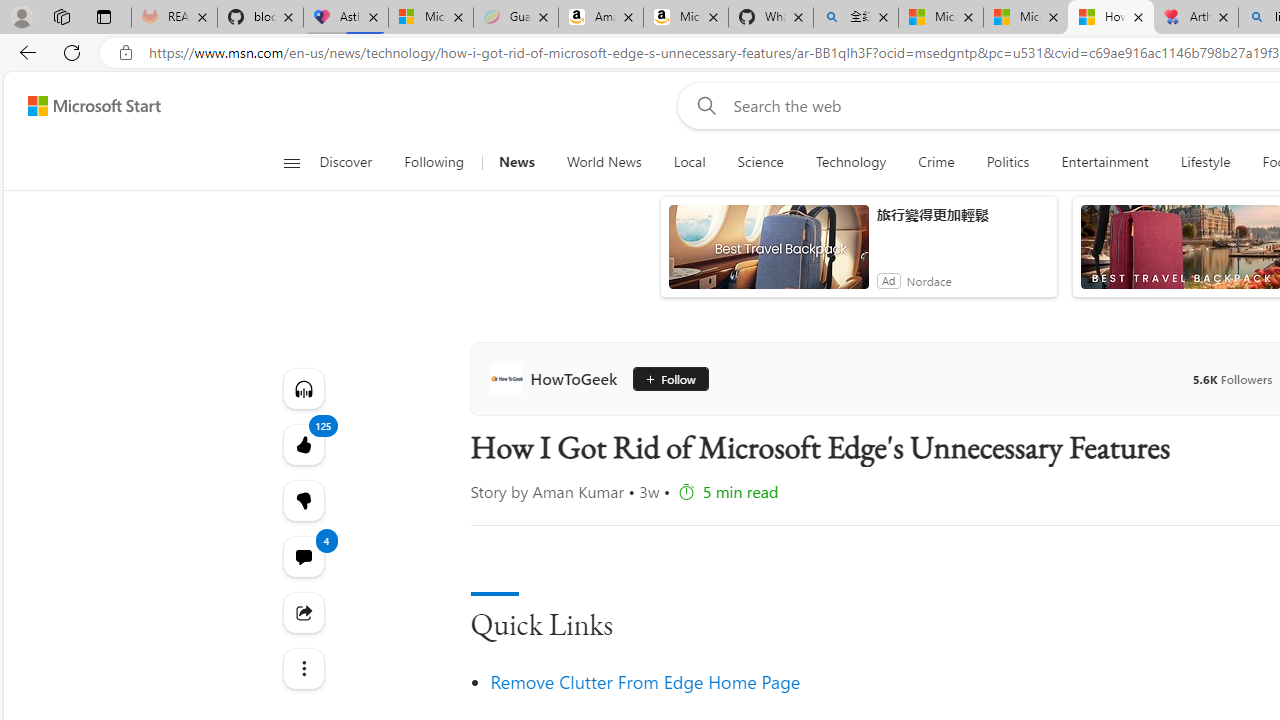 This screenshot has height=720, width=1280. Describe the element at coordinates (767, 254) in the screenshot. I see `'anim-content'` at that location.